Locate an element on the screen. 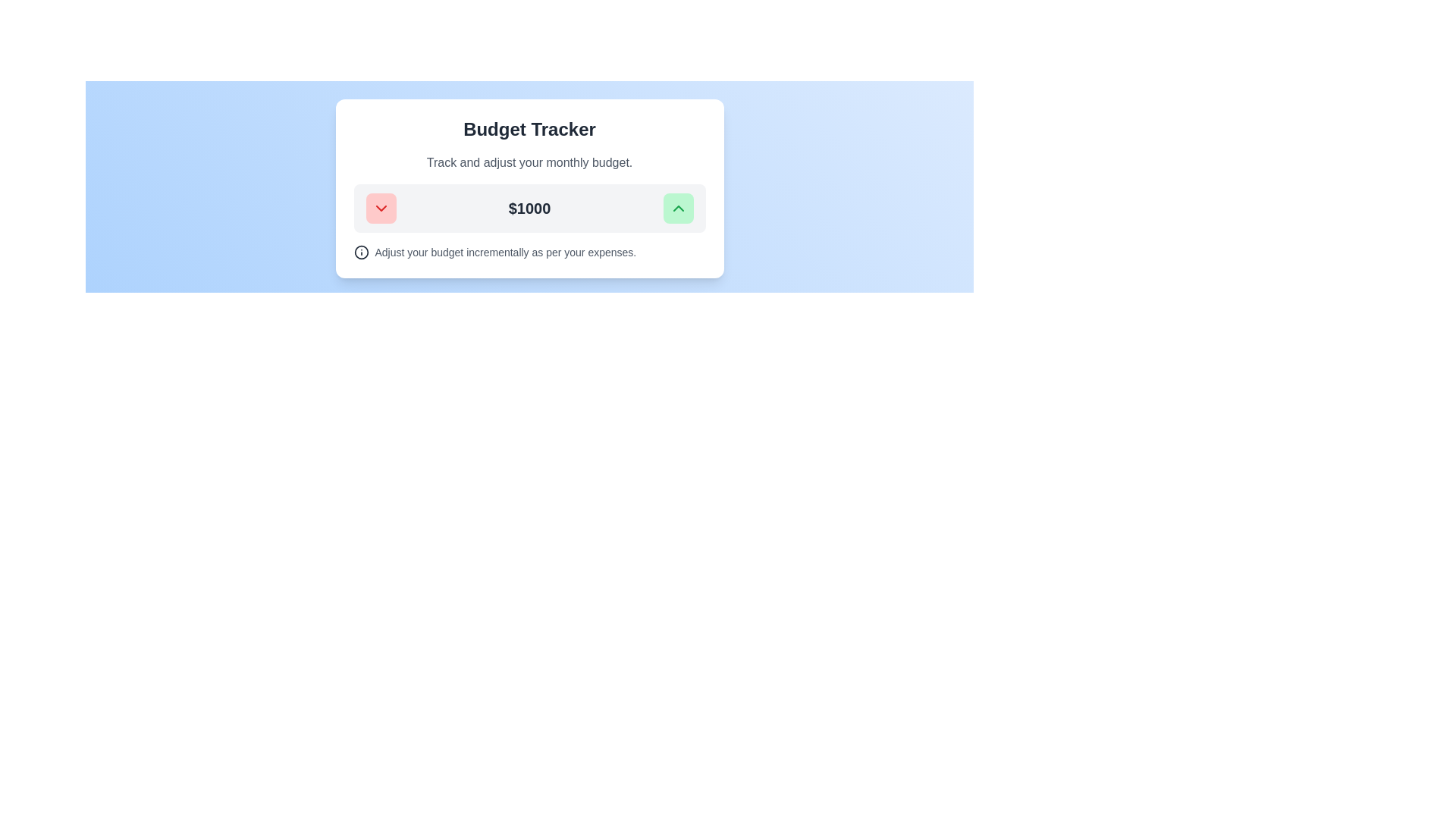  the informational icon next to the text 'Adjust your budget incrementally as per your expenses.' is located at coordinates (529, 251).